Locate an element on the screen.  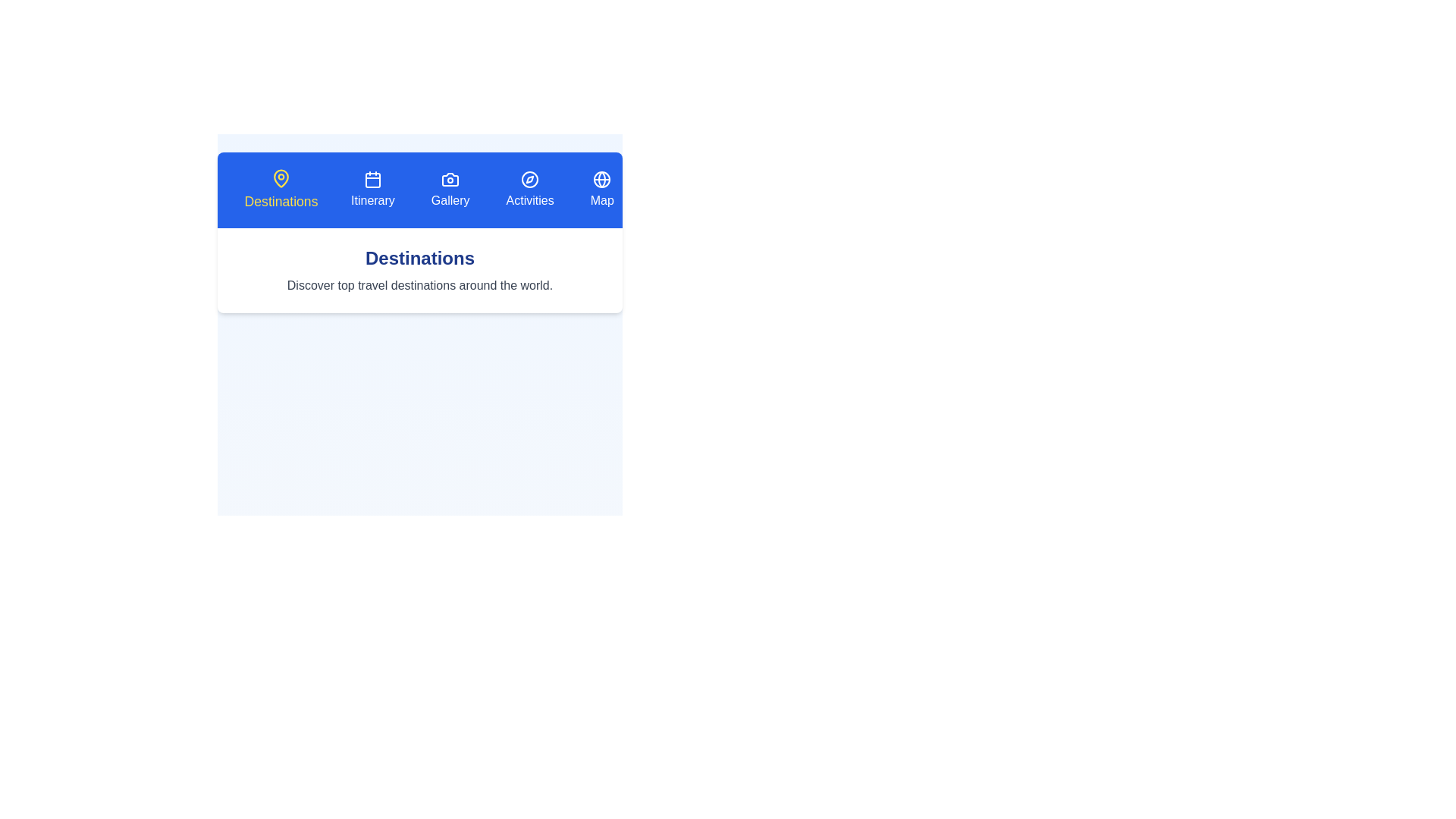
text content displayed in the composite element containing navigation tabs and a textual display area, which shows the title 'Destinations' and the descriptive text 'Discover top travel destinations around the world.' is located at coordinates (419, 315).